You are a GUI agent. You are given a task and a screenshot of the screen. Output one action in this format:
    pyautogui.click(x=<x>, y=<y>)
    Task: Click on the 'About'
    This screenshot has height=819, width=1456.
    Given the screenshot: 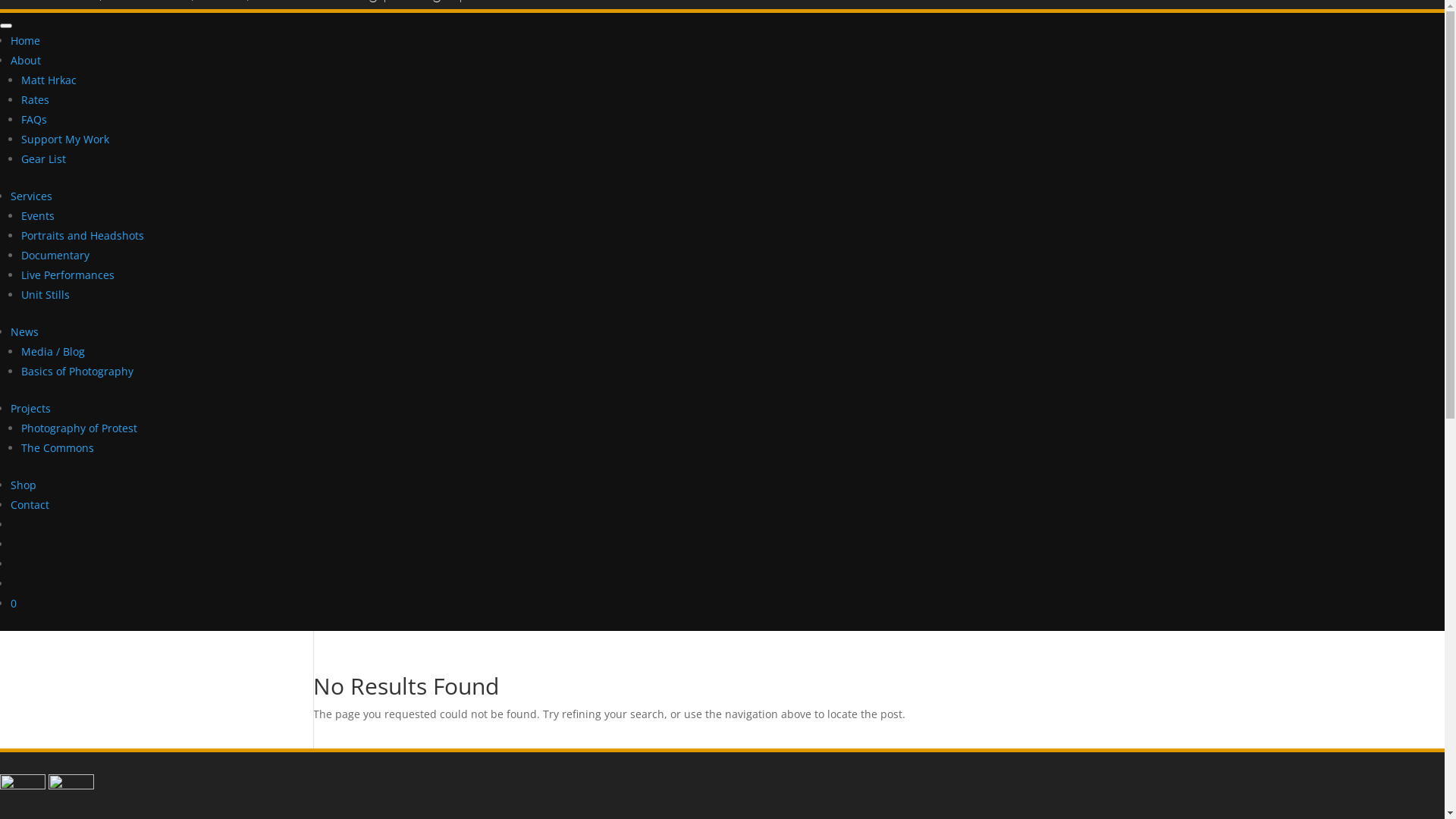 What is the action you would take?
    pyautogui.click(x=25, y=59)
    